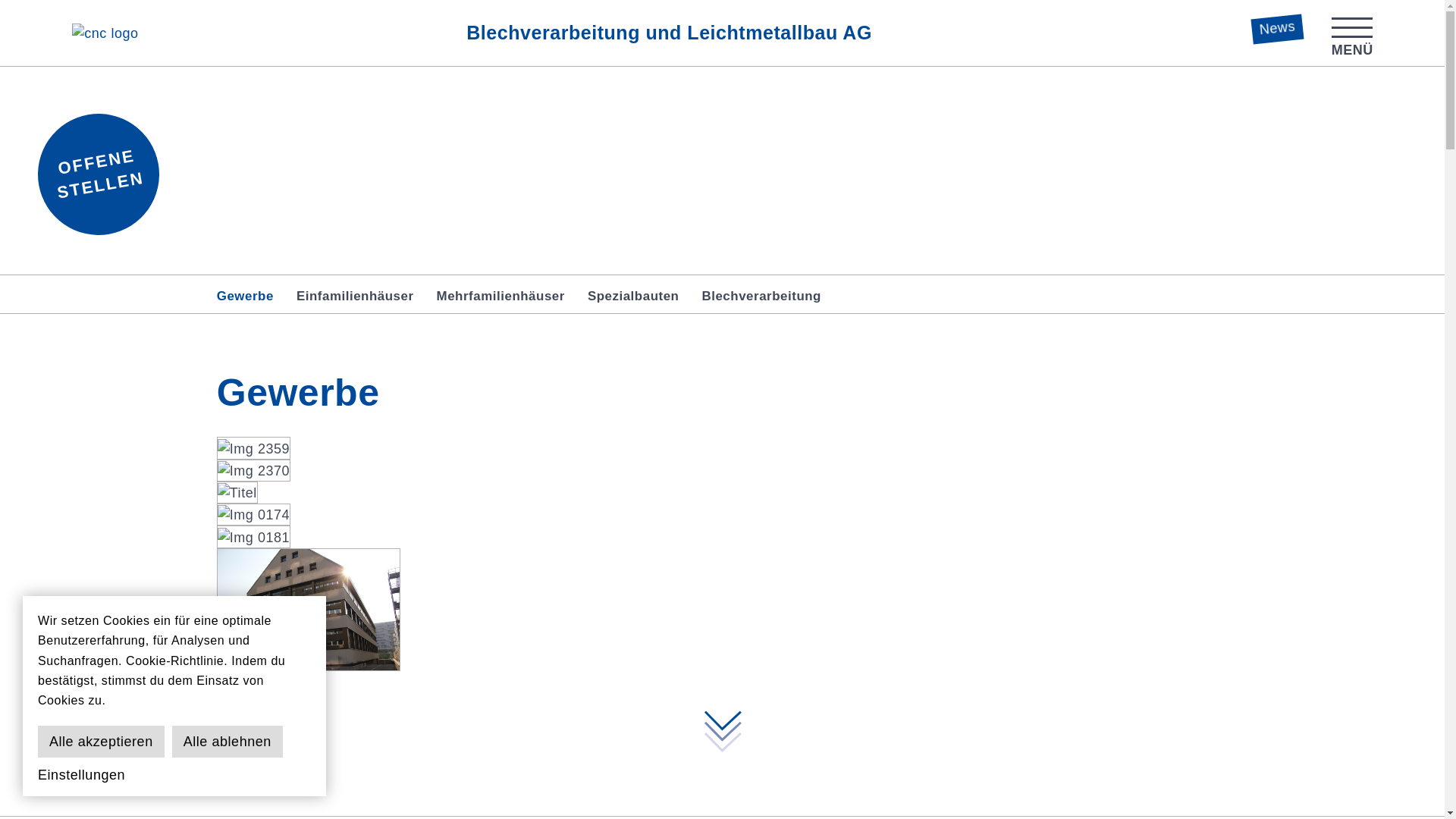 The image size is (1456, 819). Describe the element at coordinates (37, 775) in the screenshot. I see `'Einstellungen'` at that location.